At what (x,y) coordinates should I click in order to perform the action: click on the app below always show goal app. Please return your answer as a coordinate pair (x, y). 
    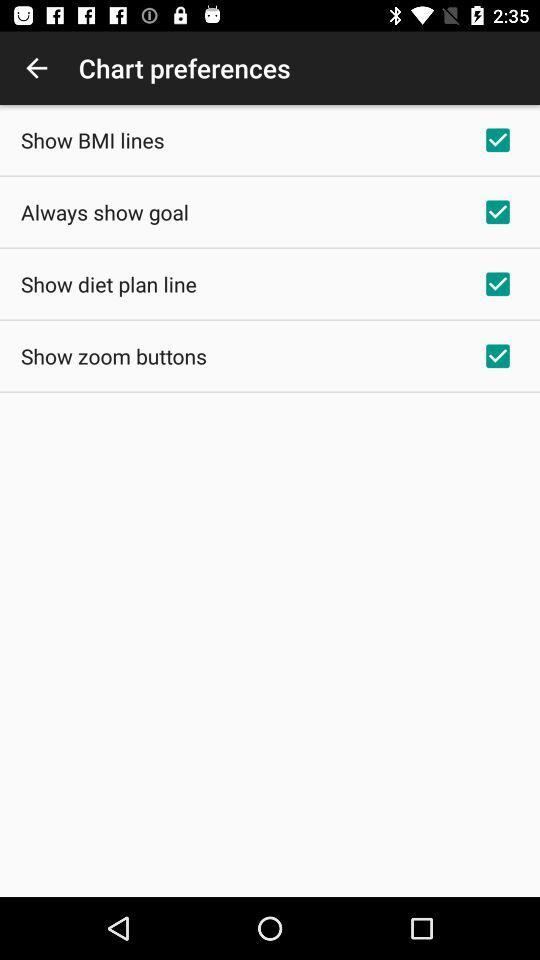
    Looking at the image, I should click on (108, 283).